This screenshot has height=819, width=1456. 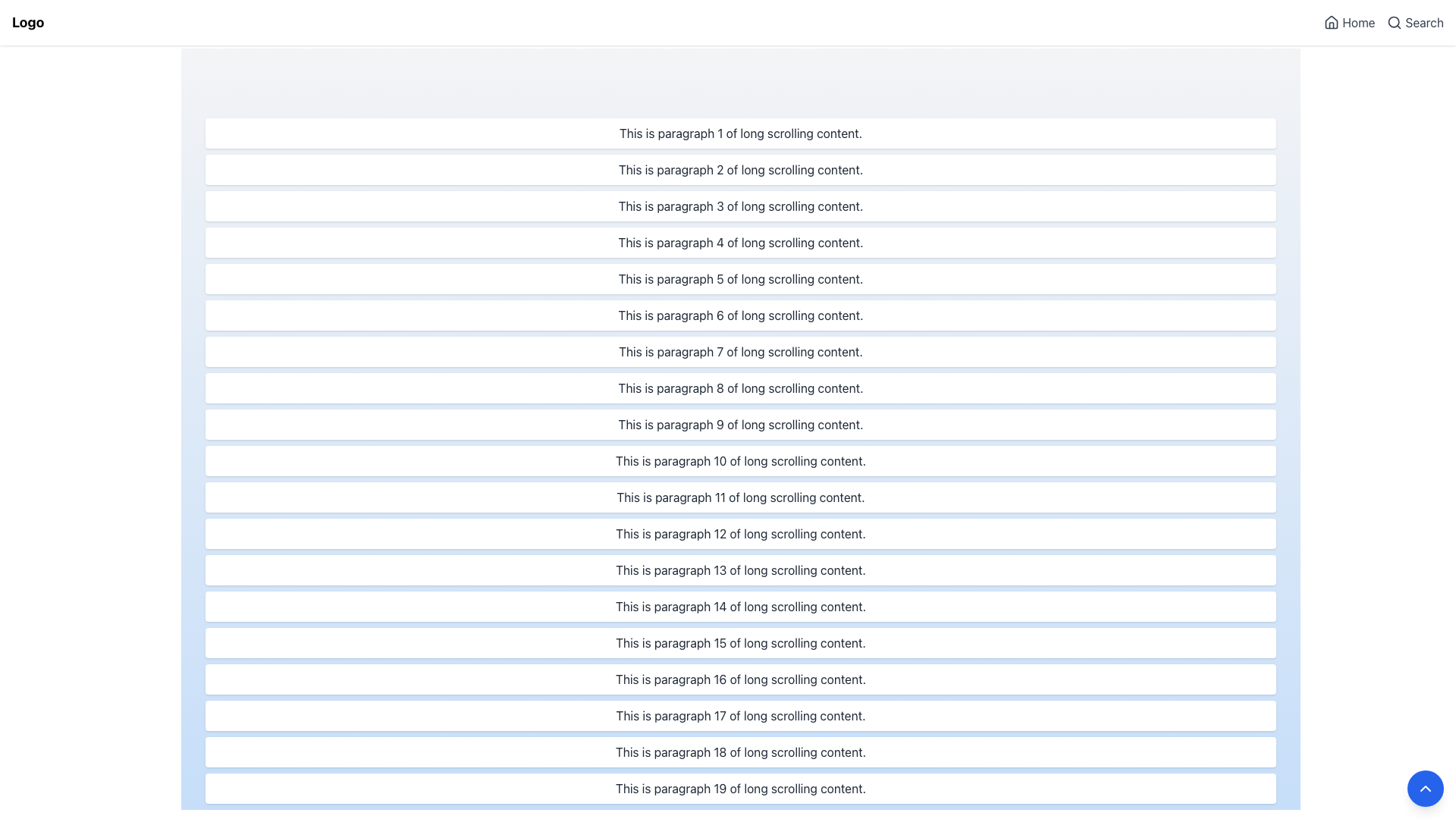 What do you see at coordinates (741, 278) in the screenshot?
I see `the static text block that displays 'This is paragraph 5 of long scrolling content.' which is the fifth visible item in a vertically stacked list` at bounding box center [741, 278].